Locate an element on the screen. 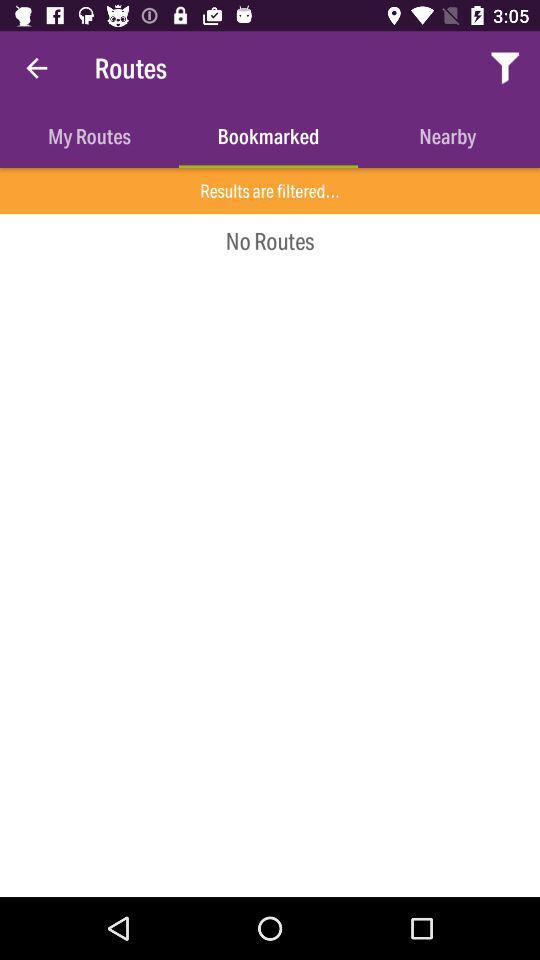 Image resolution: width=540 pixels, height=960 pixels. the item to the left of the routes icon is located at coordinates (36, 68).